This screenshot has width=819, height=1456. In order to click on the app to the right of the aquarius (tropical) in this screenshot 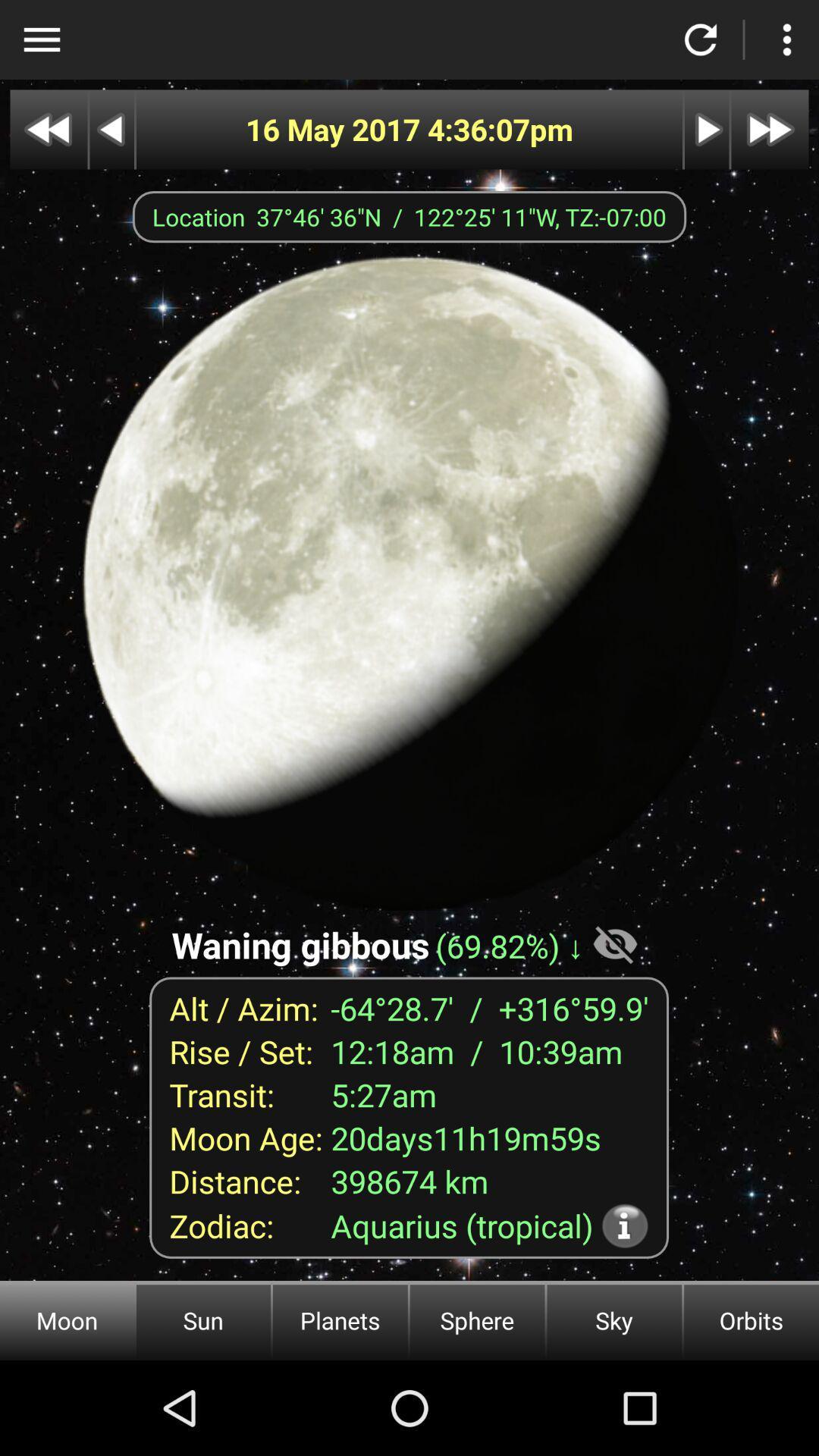, I will do `click(625, 1225)`.